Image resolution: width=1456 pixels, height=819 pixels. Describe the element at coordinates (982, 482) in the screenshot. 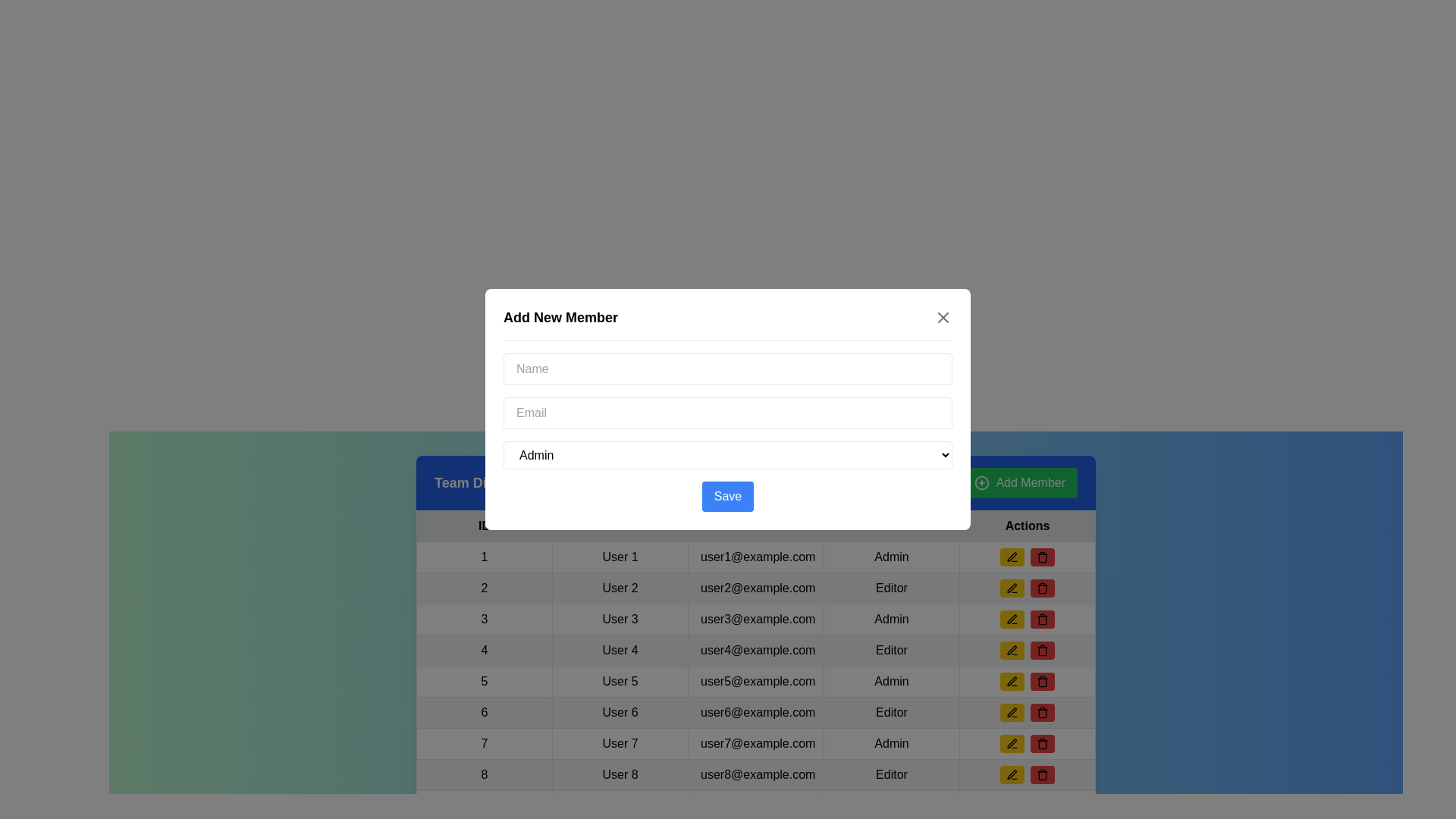

I see `the 'Add Member' icon located to the left of the text 'Add Member' in the green button at the top right section of the interface` at that location.